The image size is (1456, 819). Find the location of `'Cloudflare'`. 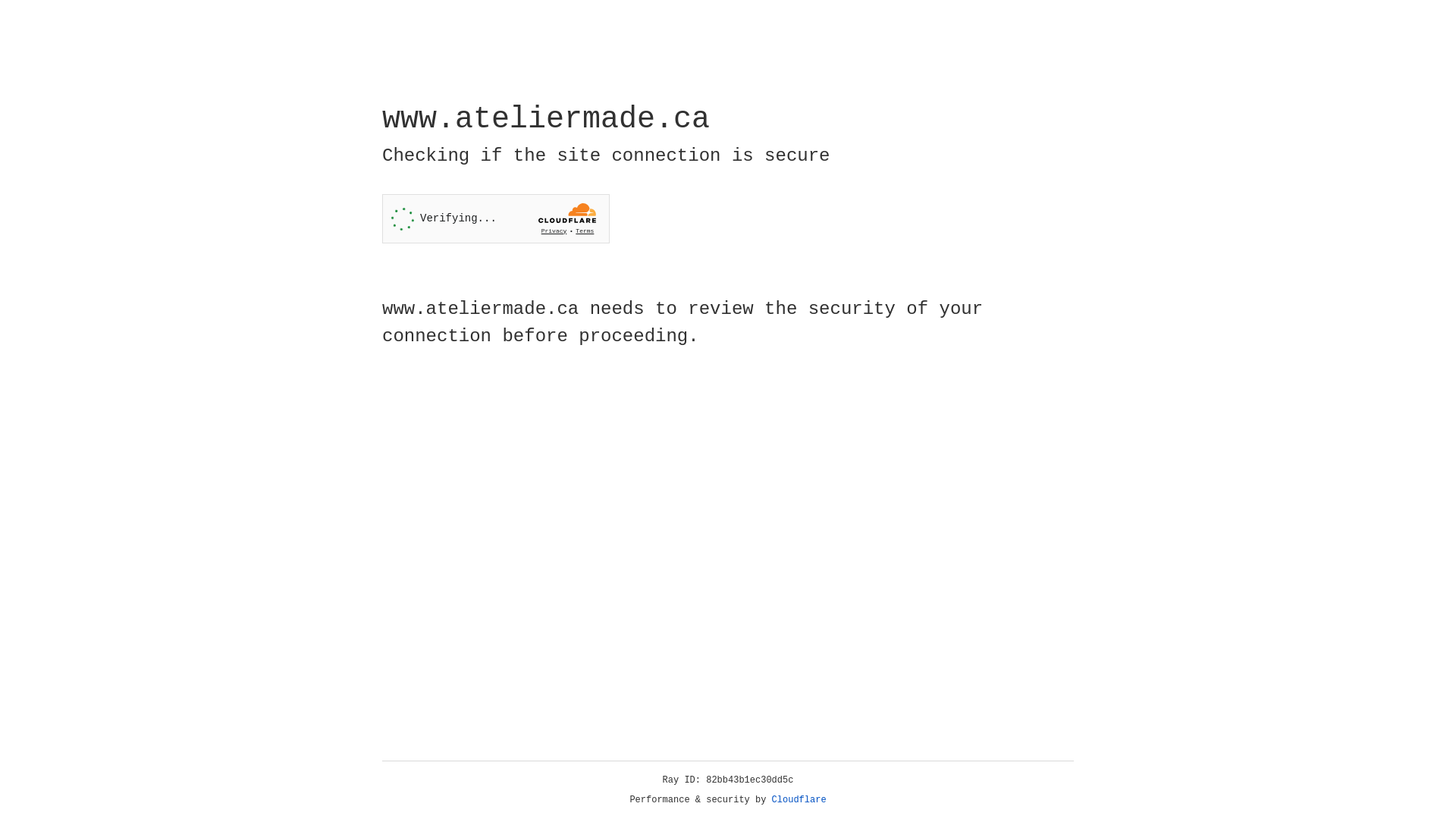

'Cloudflare' is located at coordinates (799, 799).